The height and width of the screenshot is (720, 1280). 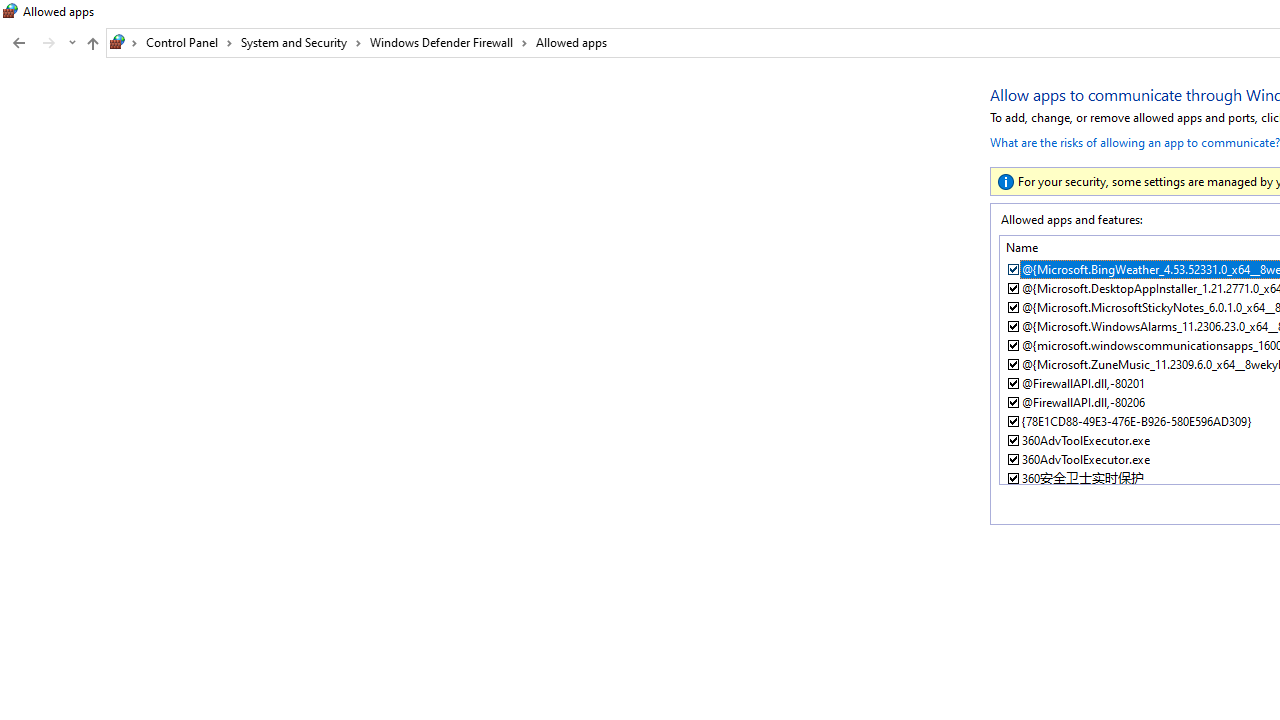 What do you see at coordinates (19, 43) in the screenshot?
I see `'Back to Windows Defender Firewall (Alt + Left Arrow)'` at bounding box center [19, 43].